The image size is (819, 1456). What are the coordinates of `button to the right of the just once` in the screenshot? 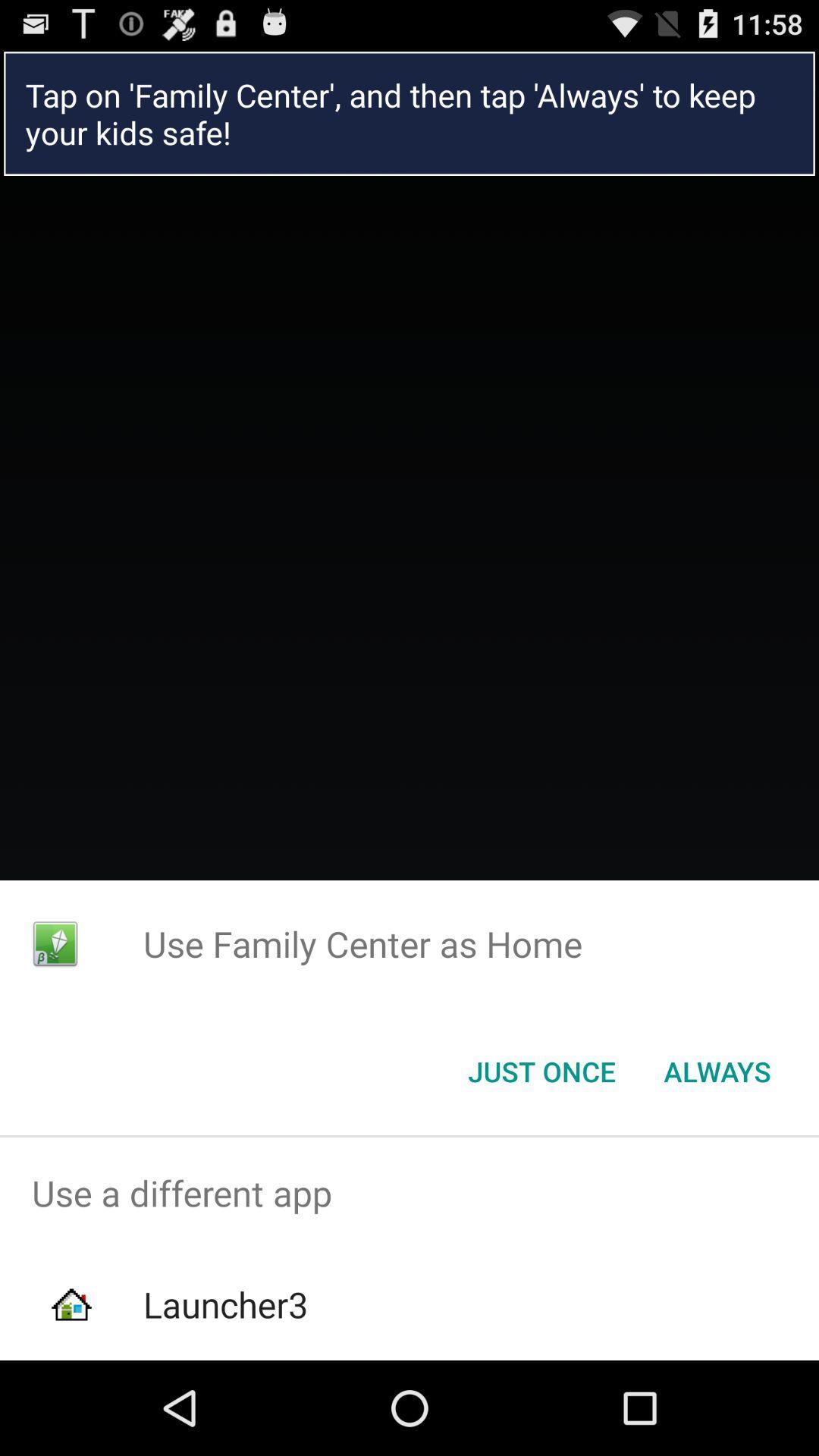 It's located at (717, 1070).